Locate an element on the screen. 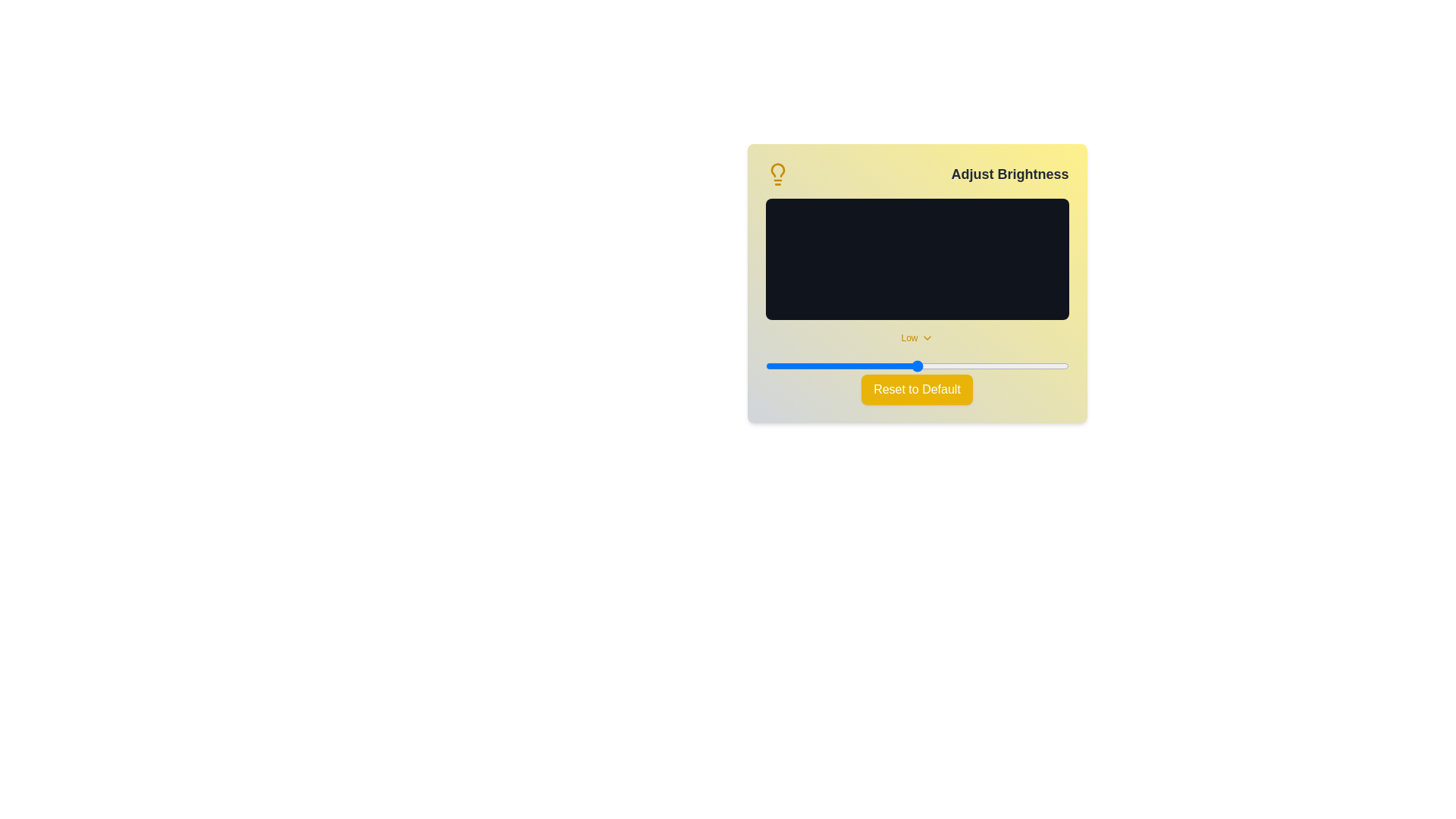 The width and height of the screenshot is (1456, 819). the brightness slider to 12 percent is located at coordinates (801, 366).